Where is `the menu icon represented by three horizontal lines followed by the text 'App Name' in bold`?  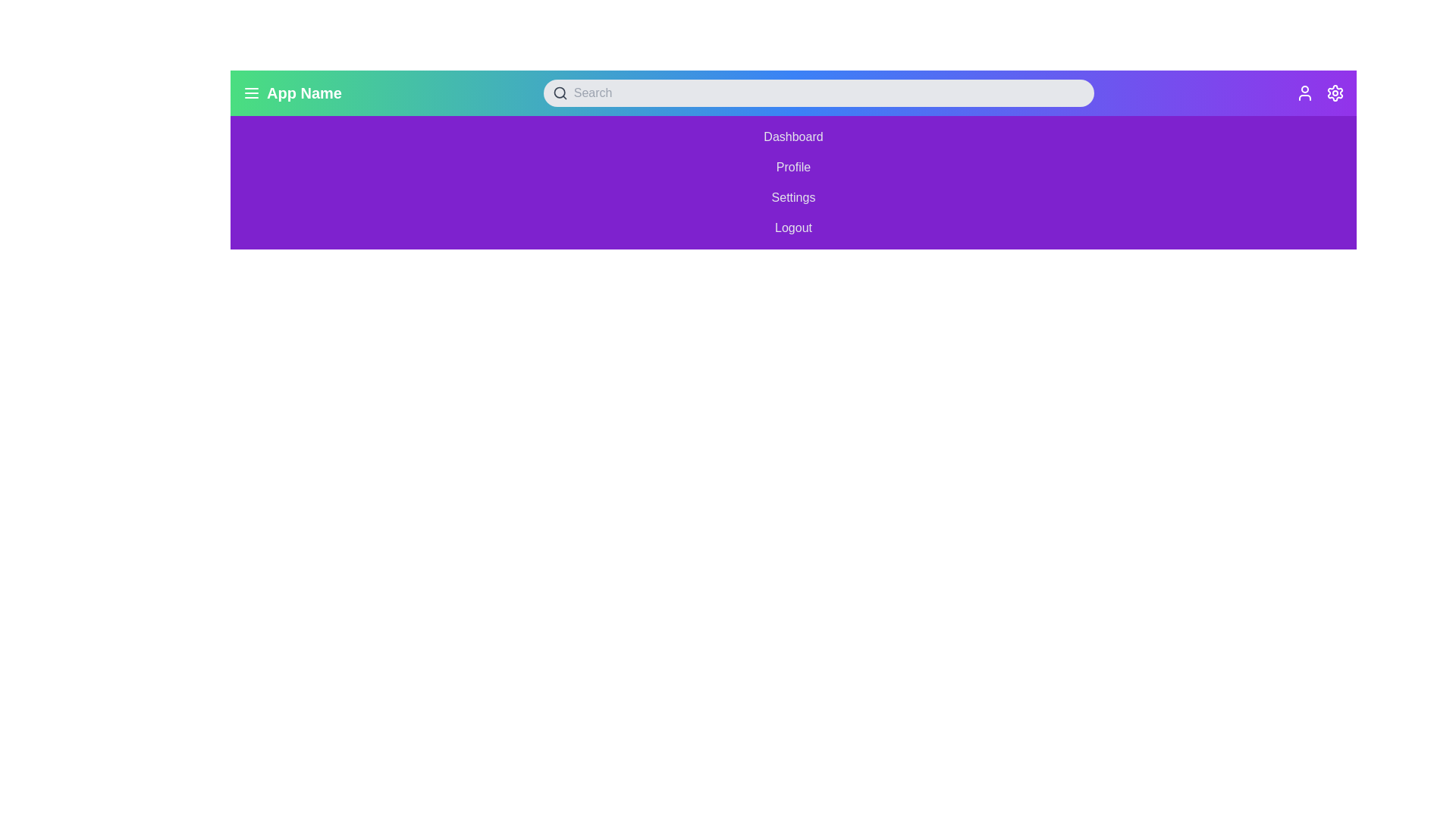 the menu icon represented by three horizontal lines followed by the text 'App Name' in bold is located at coordinates (292, 93).